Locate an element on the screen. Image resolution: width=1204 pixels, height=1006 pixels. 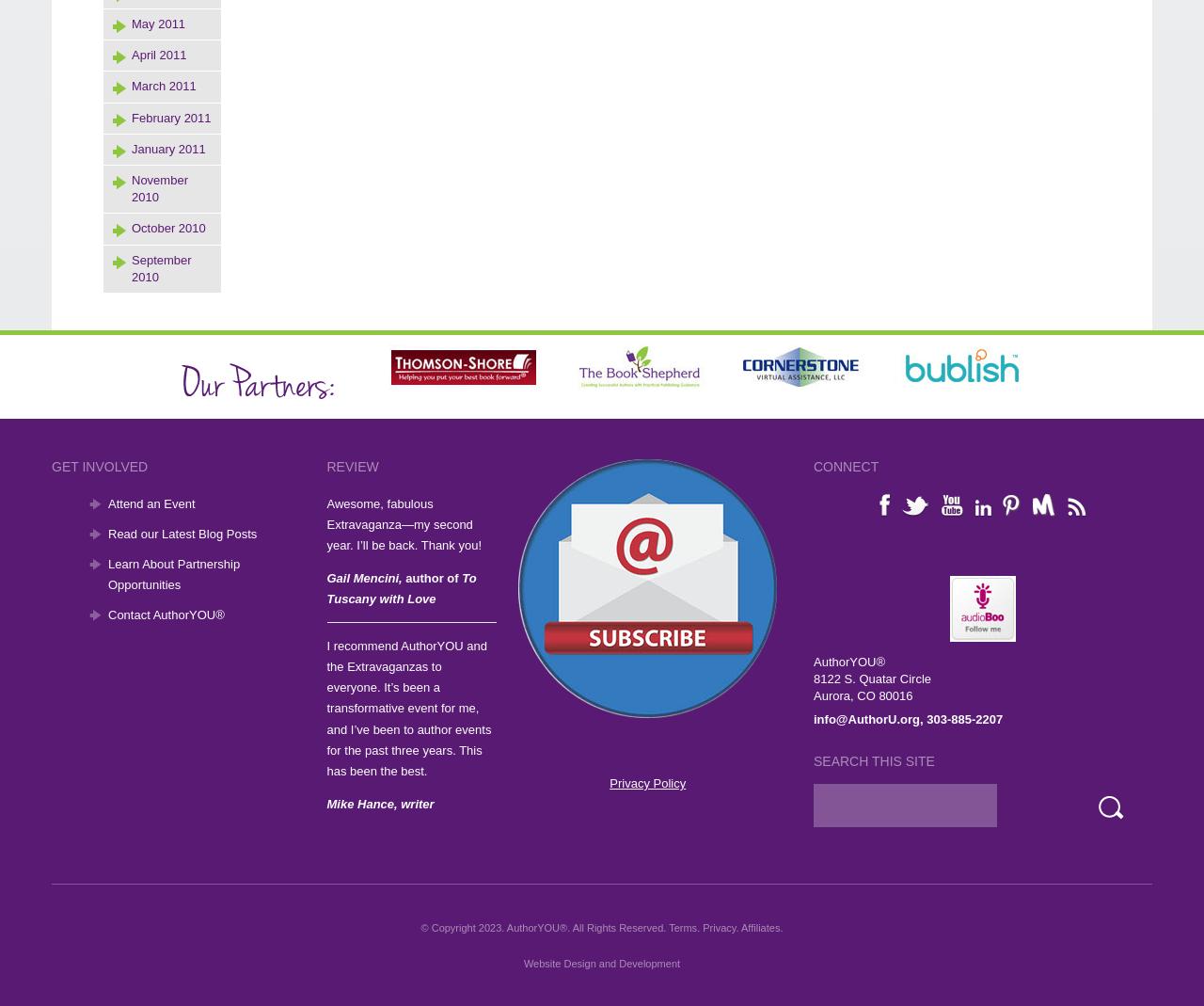
'February 2011' is located at coordinates (171, 117).